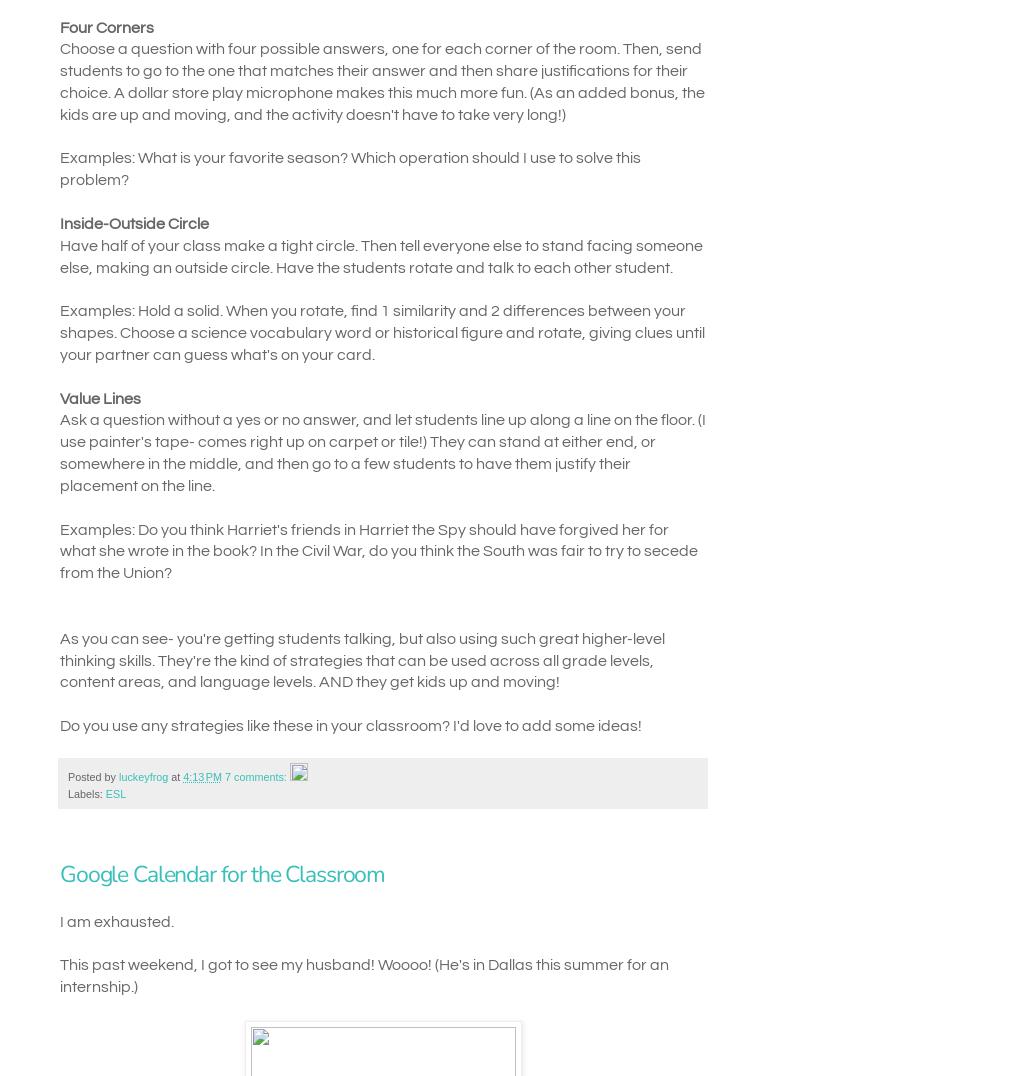 This screenshot has height=1076, width=1028. What do you see at coordinates (99, 397) in the screenshot?
I see `'Value Lines'` at bounding box center [99, 397].